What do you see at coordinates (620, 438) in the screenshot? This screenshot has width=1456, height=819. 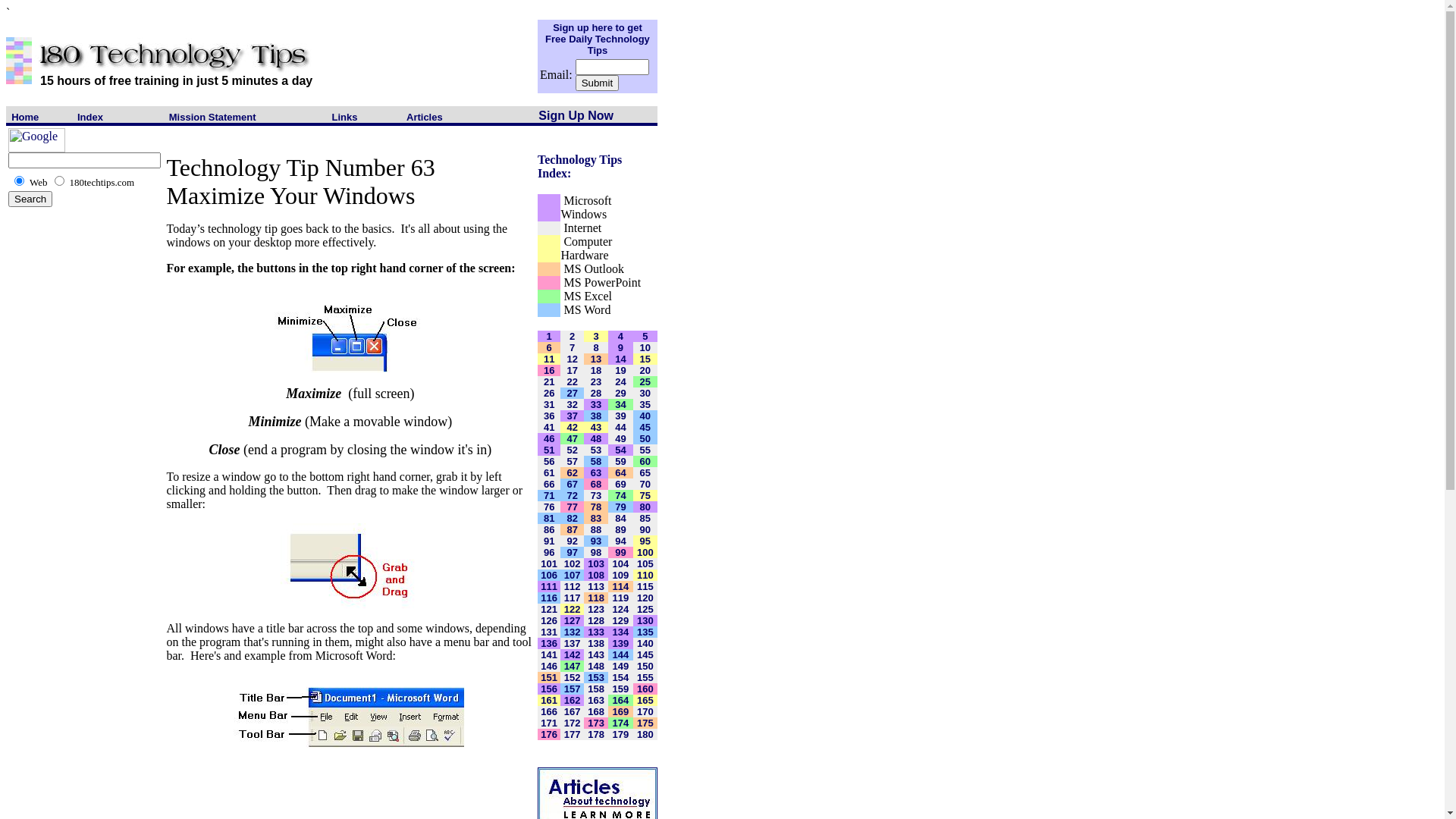 I see `'49'` at bounding box center [620, 438].